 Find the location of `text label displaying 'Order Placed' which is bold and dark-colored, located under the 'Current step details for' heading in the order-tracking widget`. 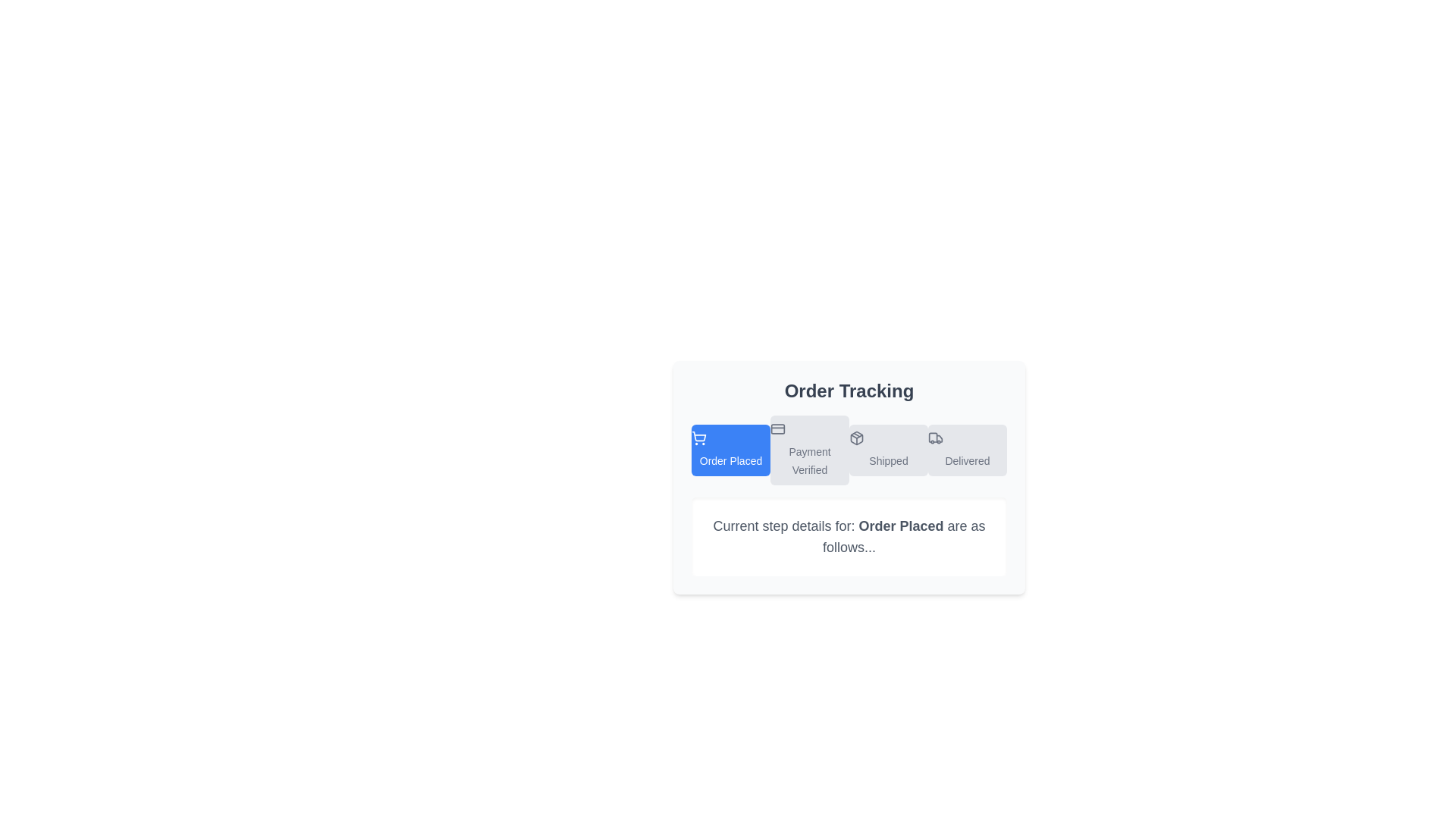

text label displaying 'Order Placed' which is bold and dark-colored, located under the 'Current step details for' heading in the order-tracking widget is located at coordinates (901, 526).